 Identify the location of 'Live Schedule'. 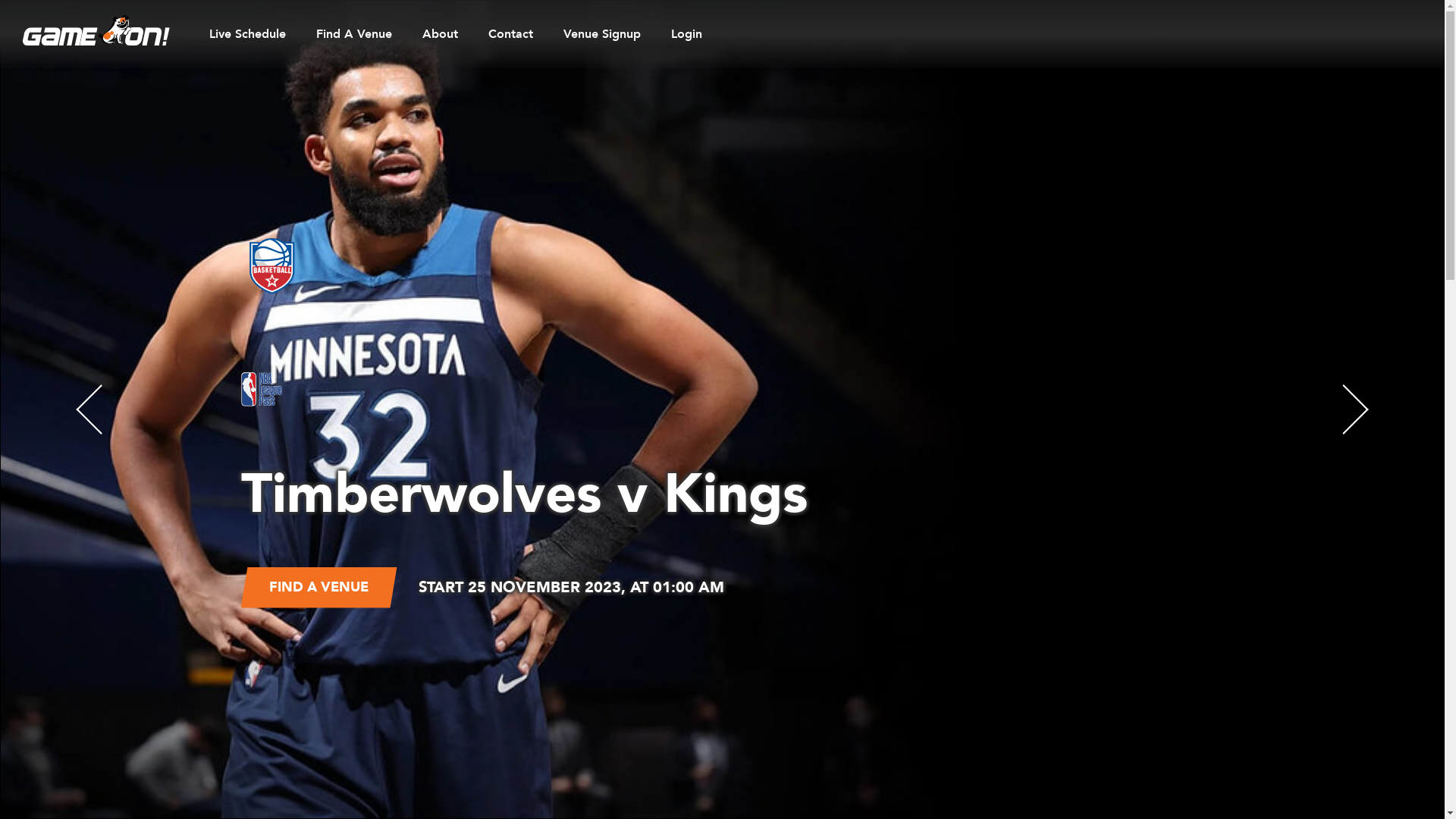
(247, 34).